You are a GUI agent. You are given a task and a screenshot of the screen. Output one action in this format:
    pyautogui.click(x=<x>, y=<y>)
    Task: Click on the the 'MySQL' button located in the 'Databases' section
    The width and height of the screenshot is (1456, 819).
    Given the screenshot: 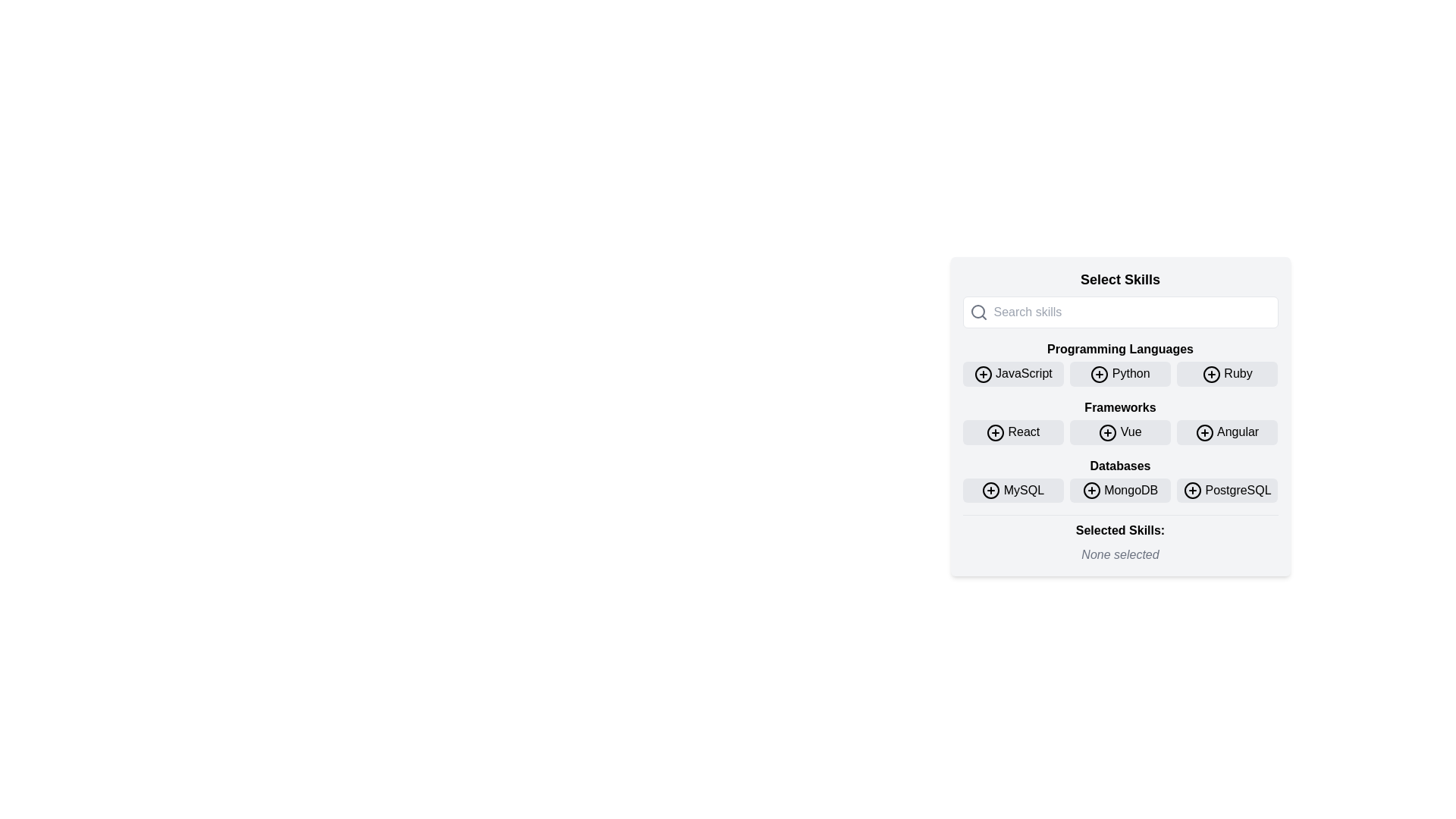 What is the action you would take?
    pyautogui.click(x=1013, y=490)
    